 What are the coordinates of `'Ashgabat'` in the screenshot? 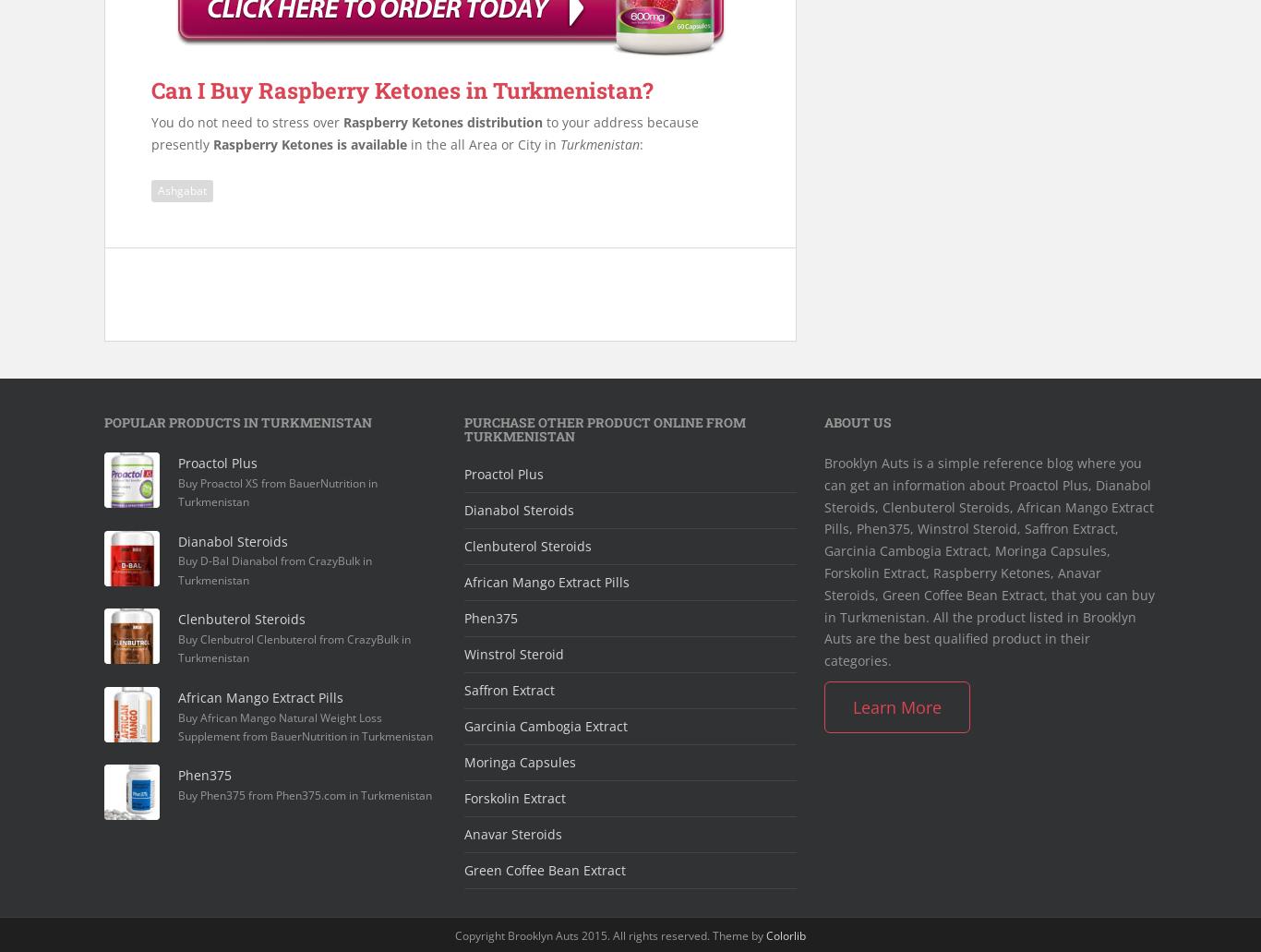 It's located at (181, 188).